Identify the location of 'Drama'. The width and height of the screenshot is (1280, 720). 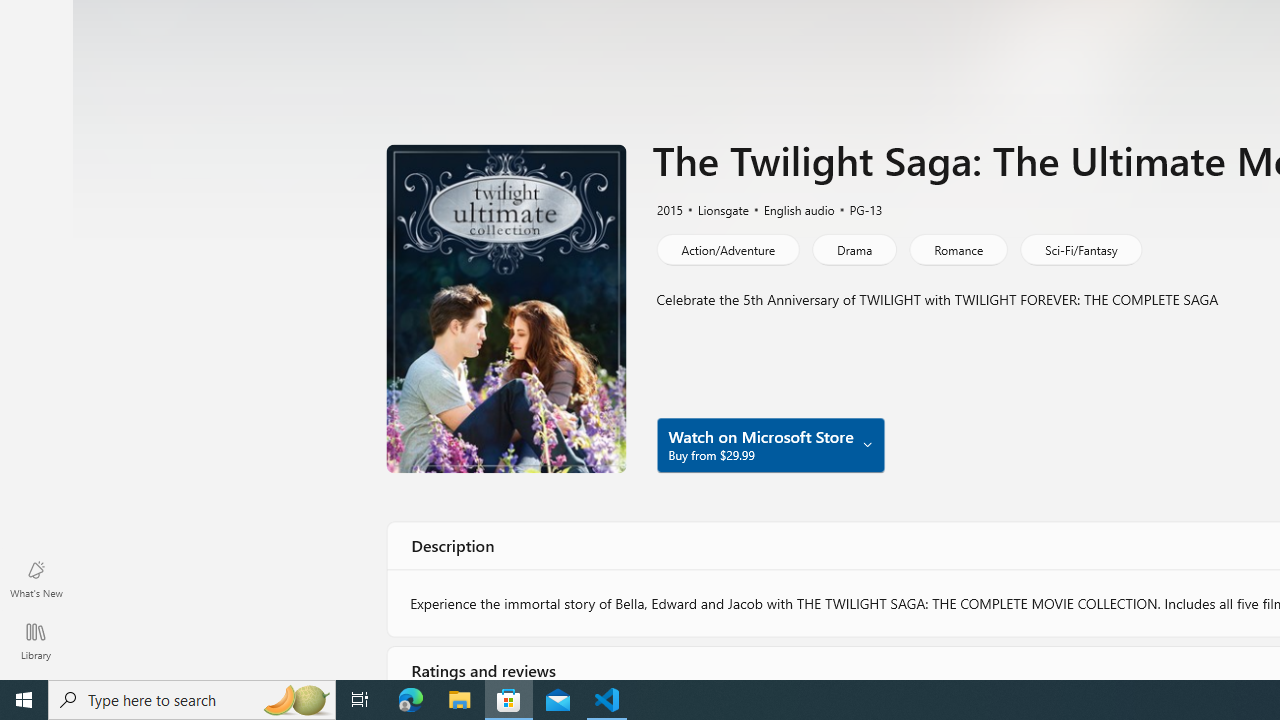
(854, 248).